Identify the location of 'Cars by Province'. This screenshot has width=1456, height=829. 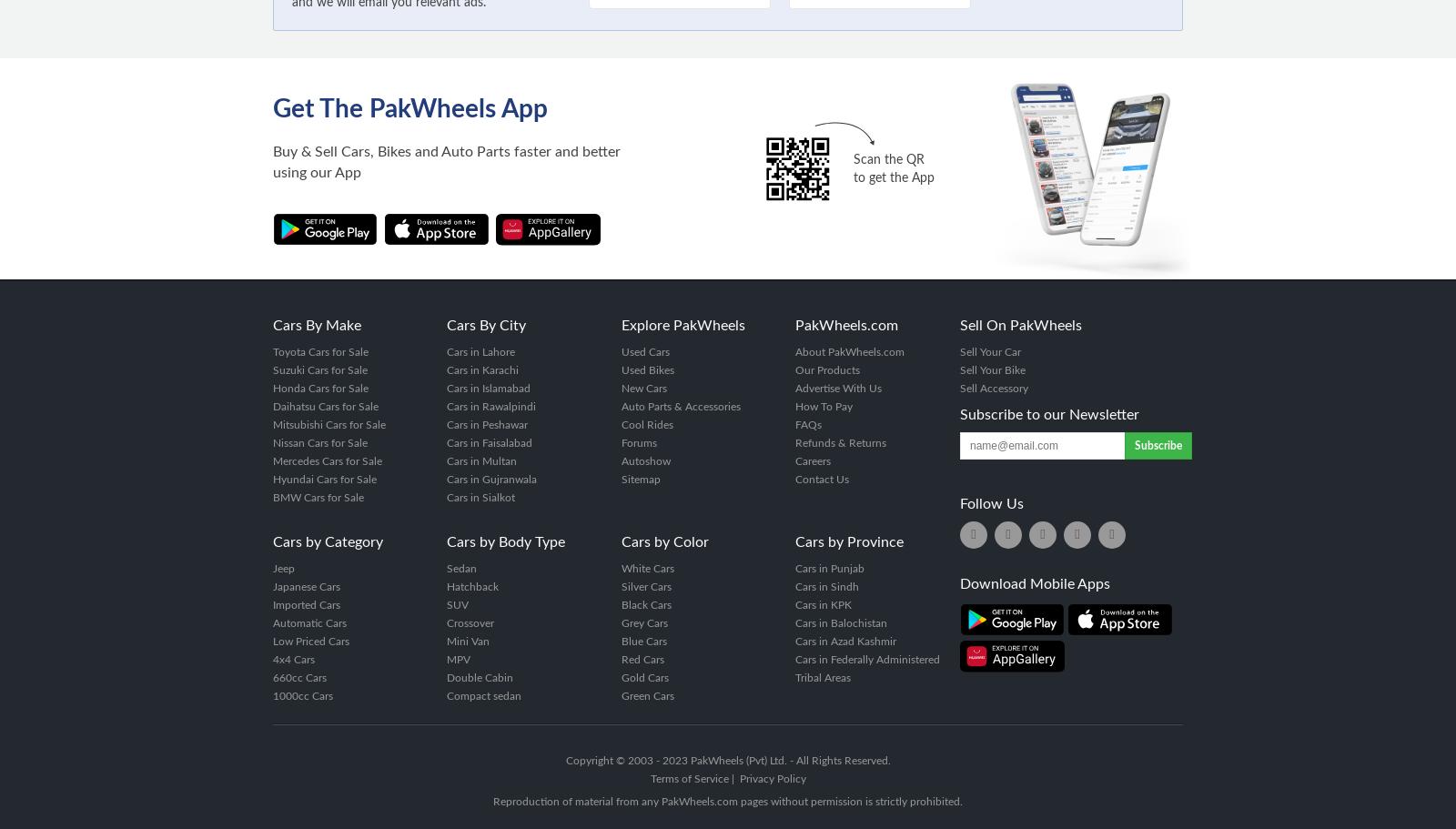
(847, 541).